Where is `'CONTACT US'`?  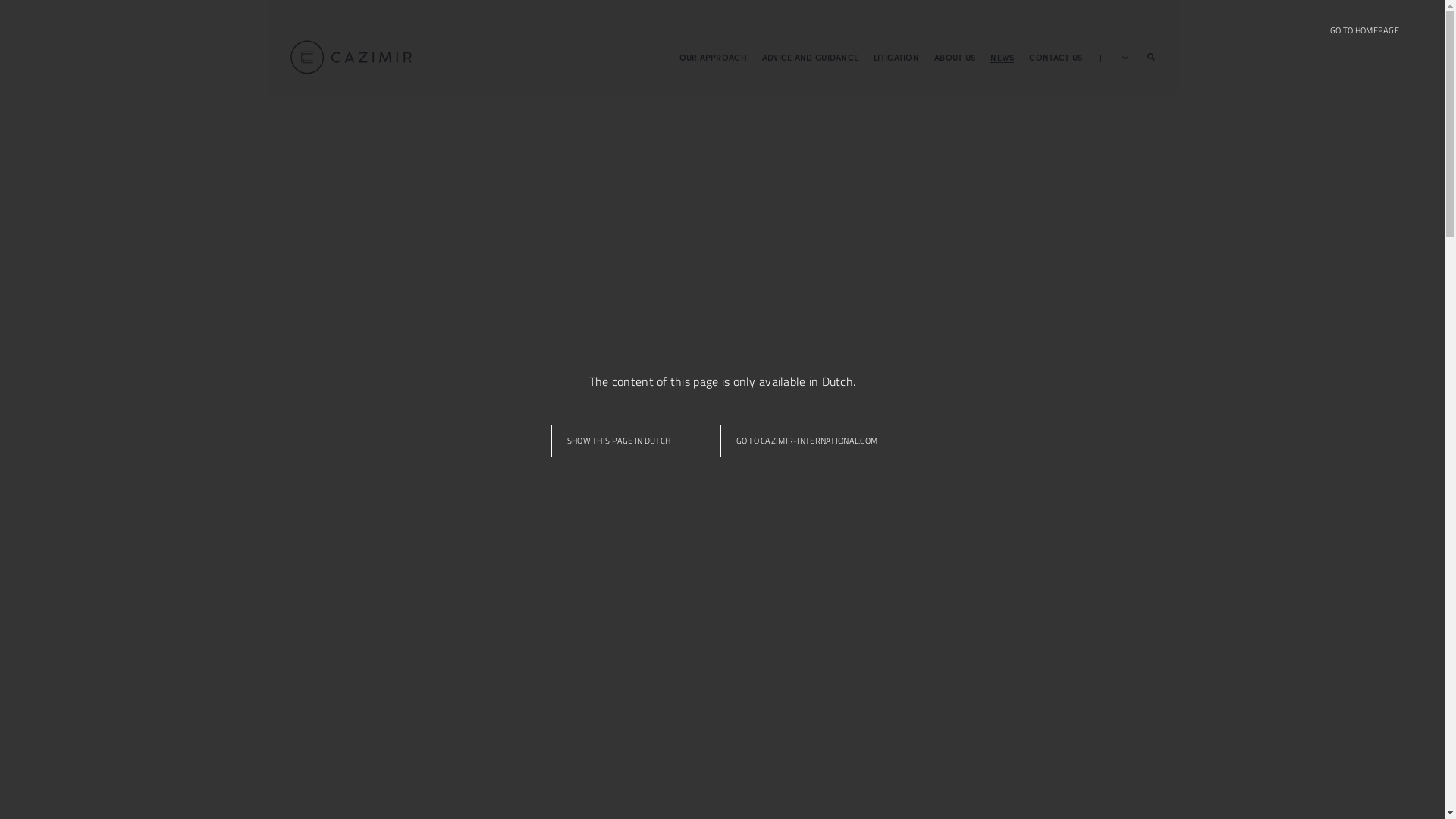 'CONTACT US' is located at coordinates (1055, 55).